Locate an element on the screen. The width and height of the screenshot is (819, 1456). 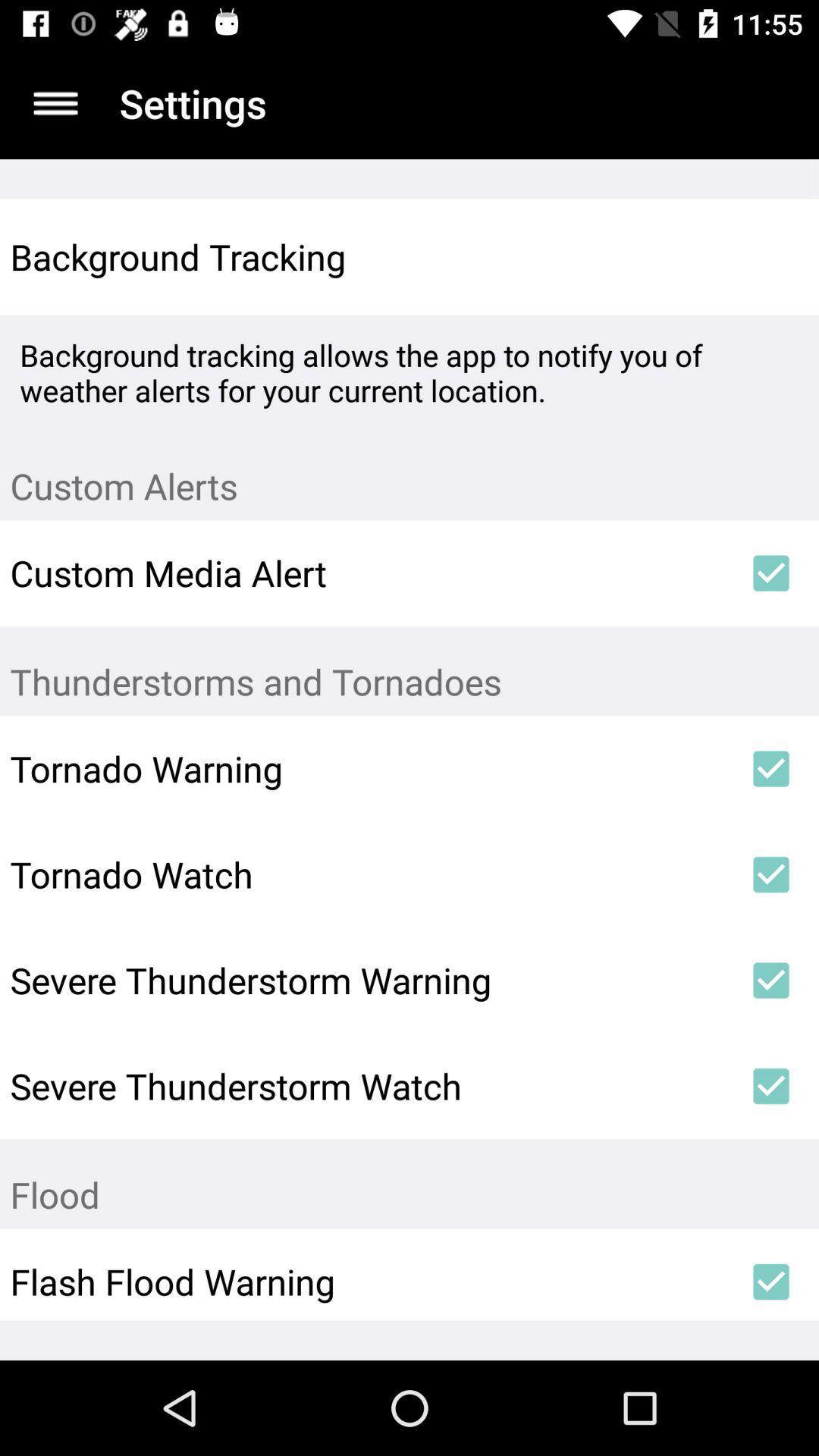
icon above thunderstorms and tornadoes item is located at coordinates (771, 572).